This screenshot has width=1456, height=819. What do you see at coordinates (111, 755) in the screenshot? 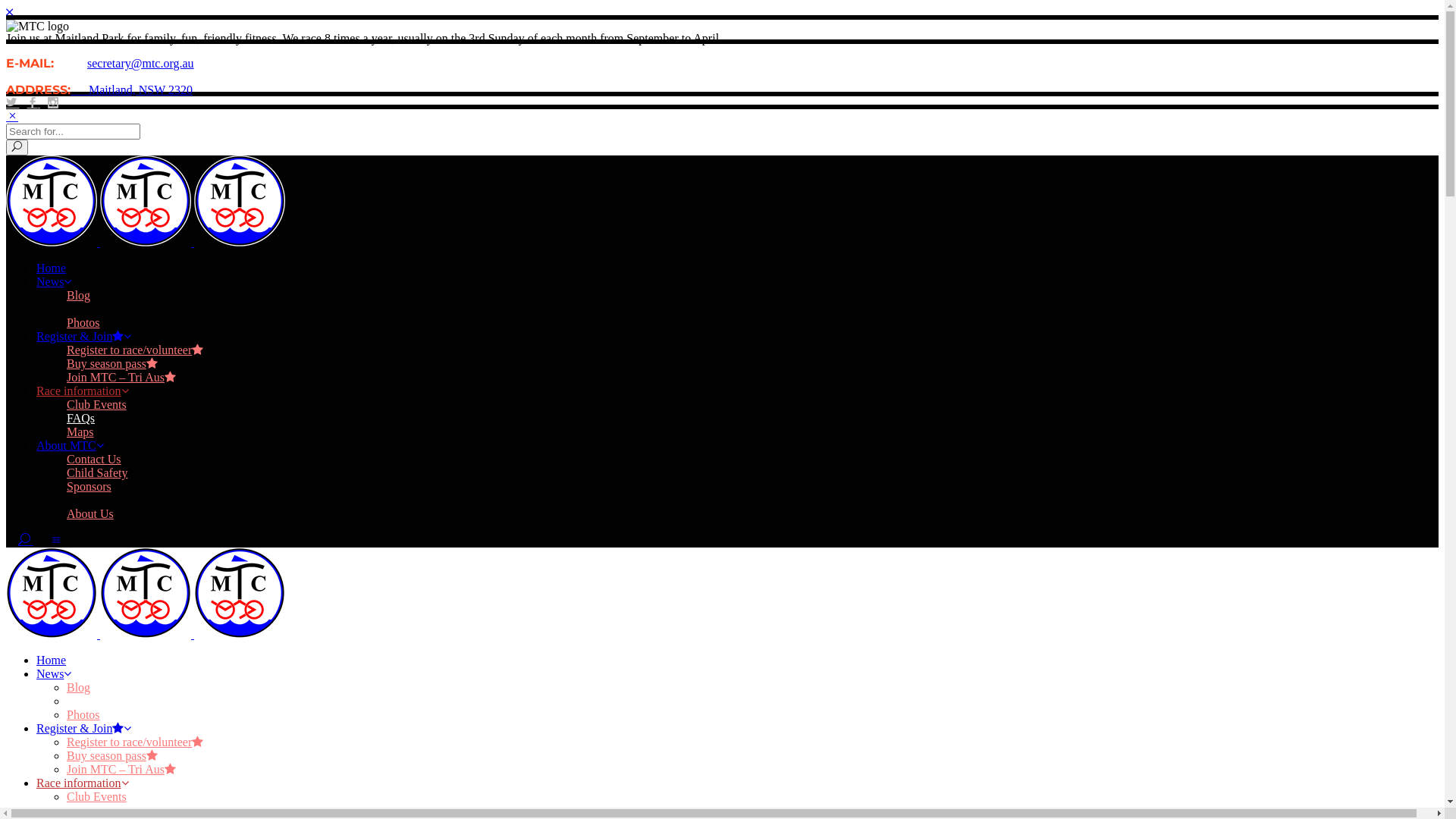
I see `'Buy season pass'` at bounding box center [111, 755].